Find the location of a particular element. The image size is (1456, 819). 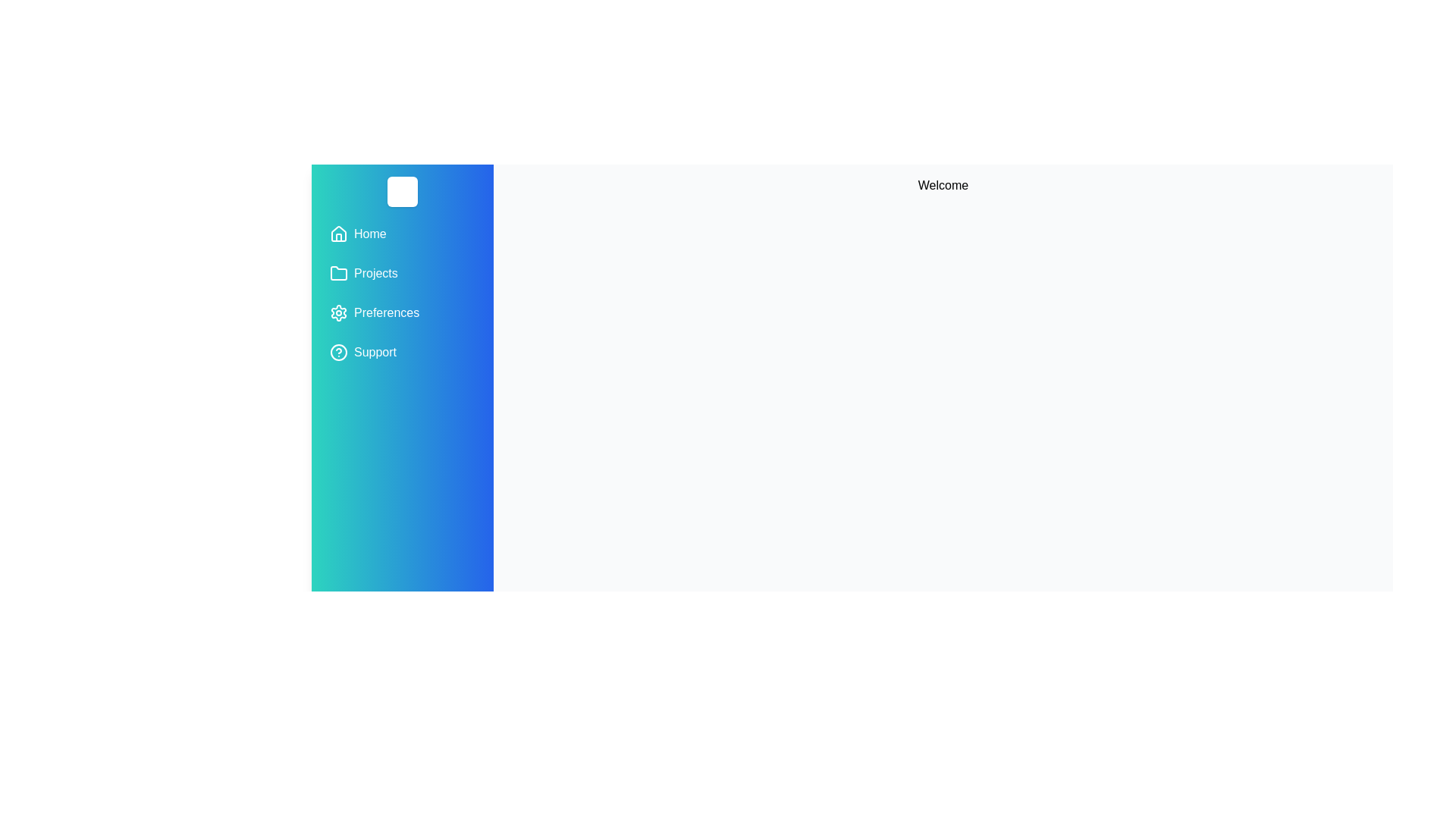

the menu item Preferences is located at coordinates (403, 312).